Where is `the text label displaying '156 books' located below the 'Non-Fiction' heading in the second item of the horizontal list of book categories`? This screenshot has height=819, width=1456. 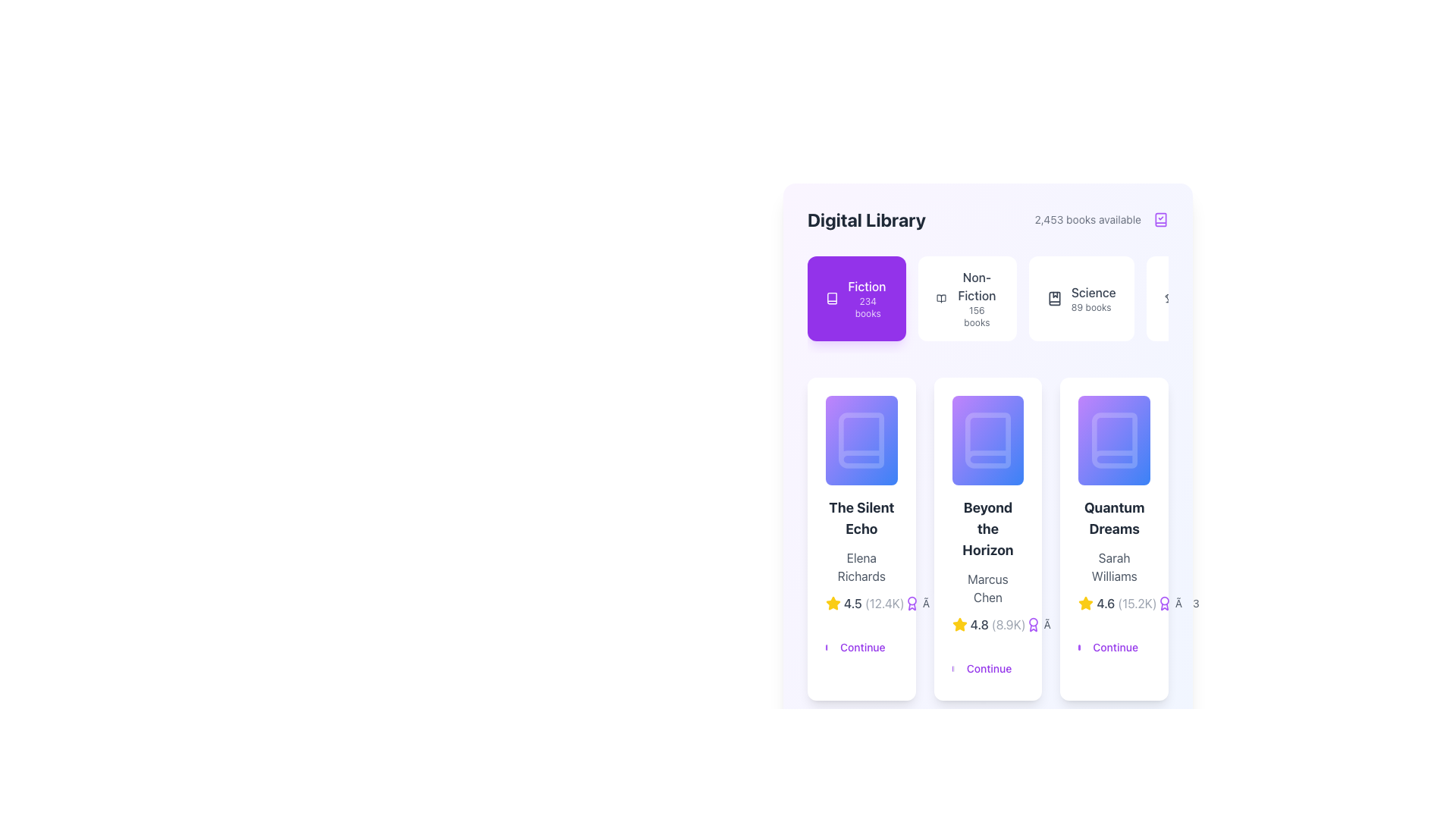
the text label displaying '156 books' located below the 'Non-Fiction' heading in the second item of the horizontal list of book categories is located at coordinates (977, 315).